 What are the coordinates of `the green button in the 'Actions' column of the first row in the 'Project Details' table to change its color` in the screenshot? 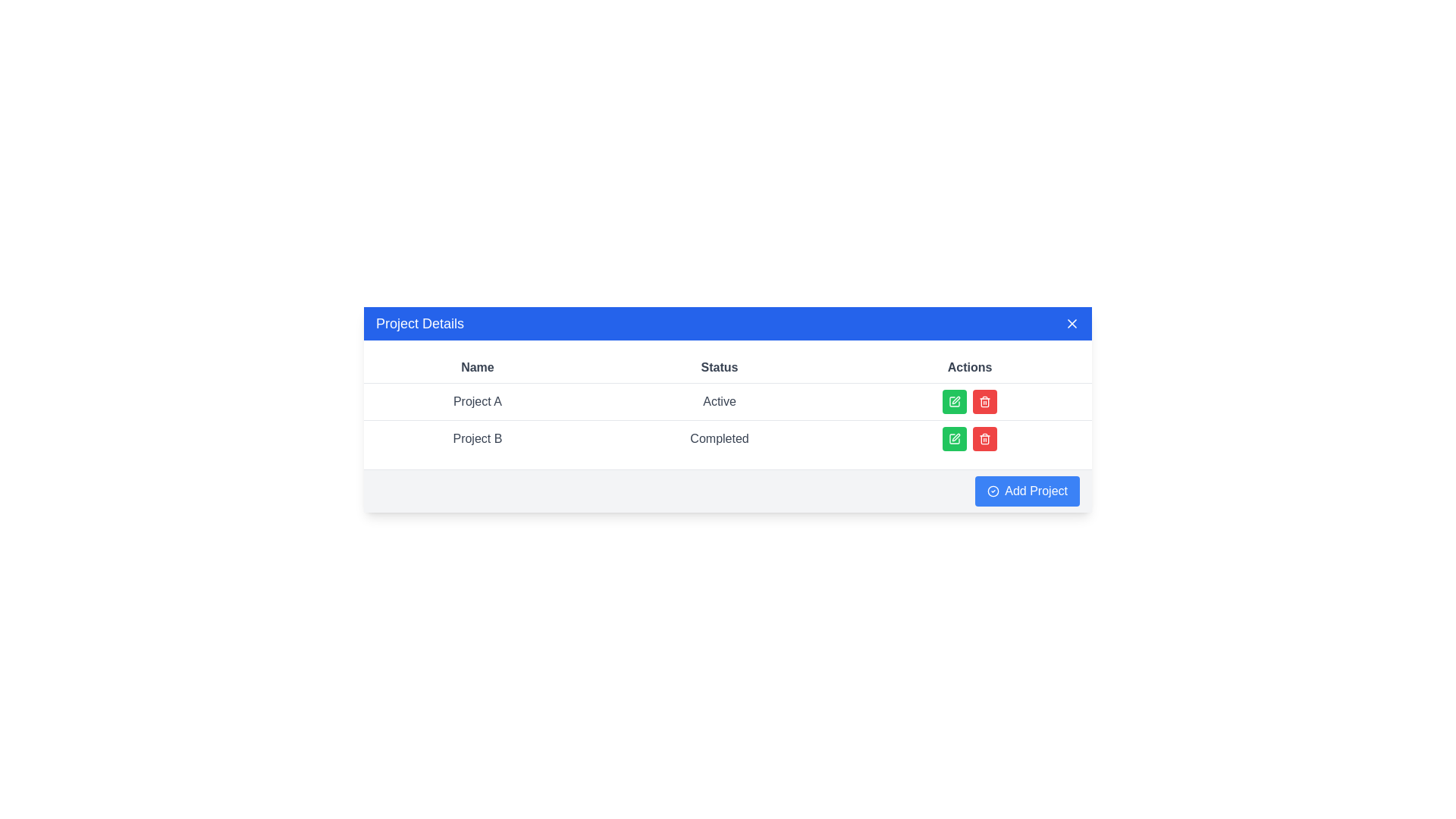 It's located at (954, 400).